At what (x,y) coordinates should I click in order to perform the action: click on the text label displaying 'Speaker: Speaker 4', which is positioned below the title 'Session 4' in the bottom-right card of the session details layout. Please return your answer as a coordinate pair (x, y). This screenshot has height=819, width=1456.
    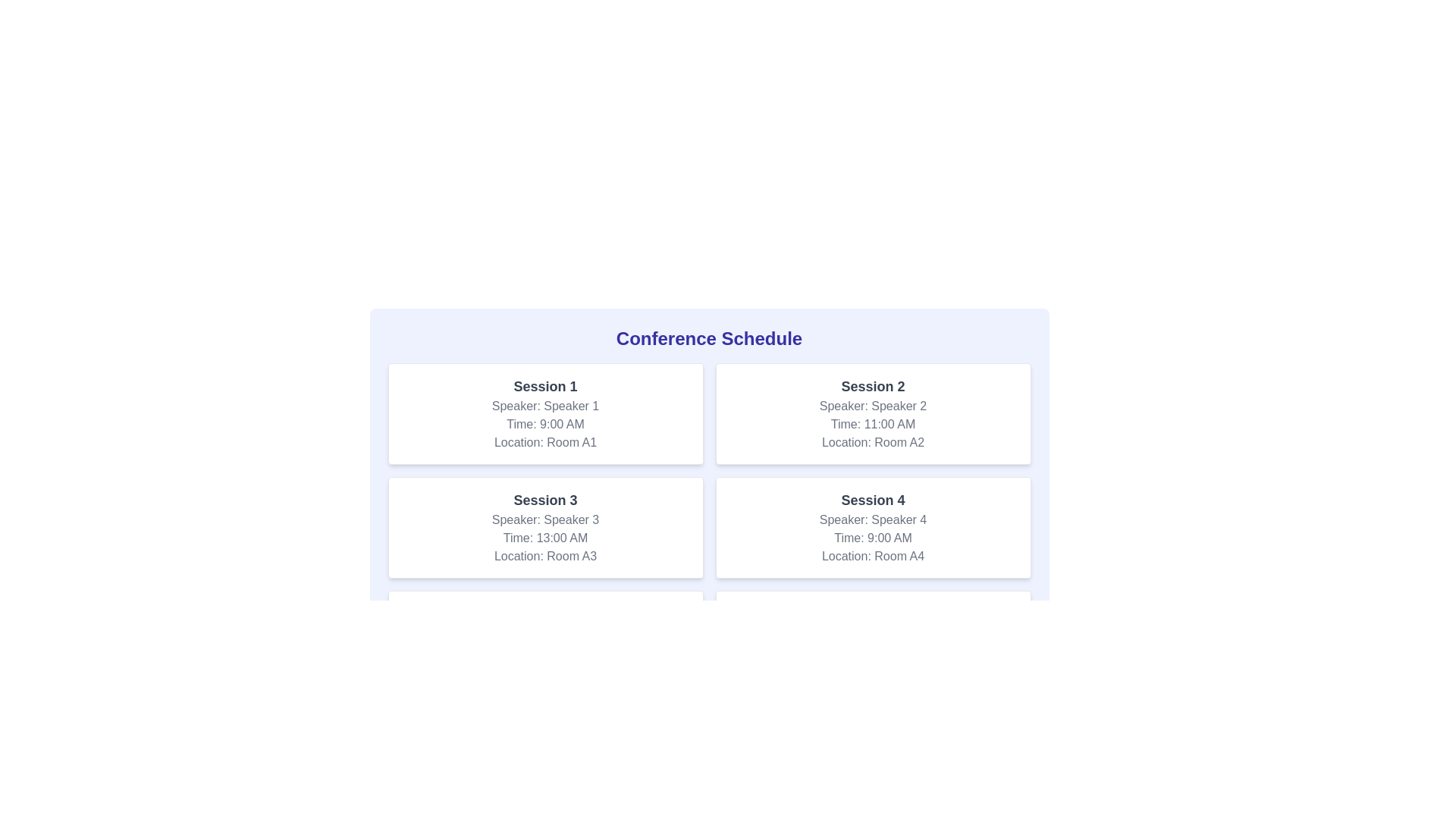
    Looking at the image, I should click on (873, 519).